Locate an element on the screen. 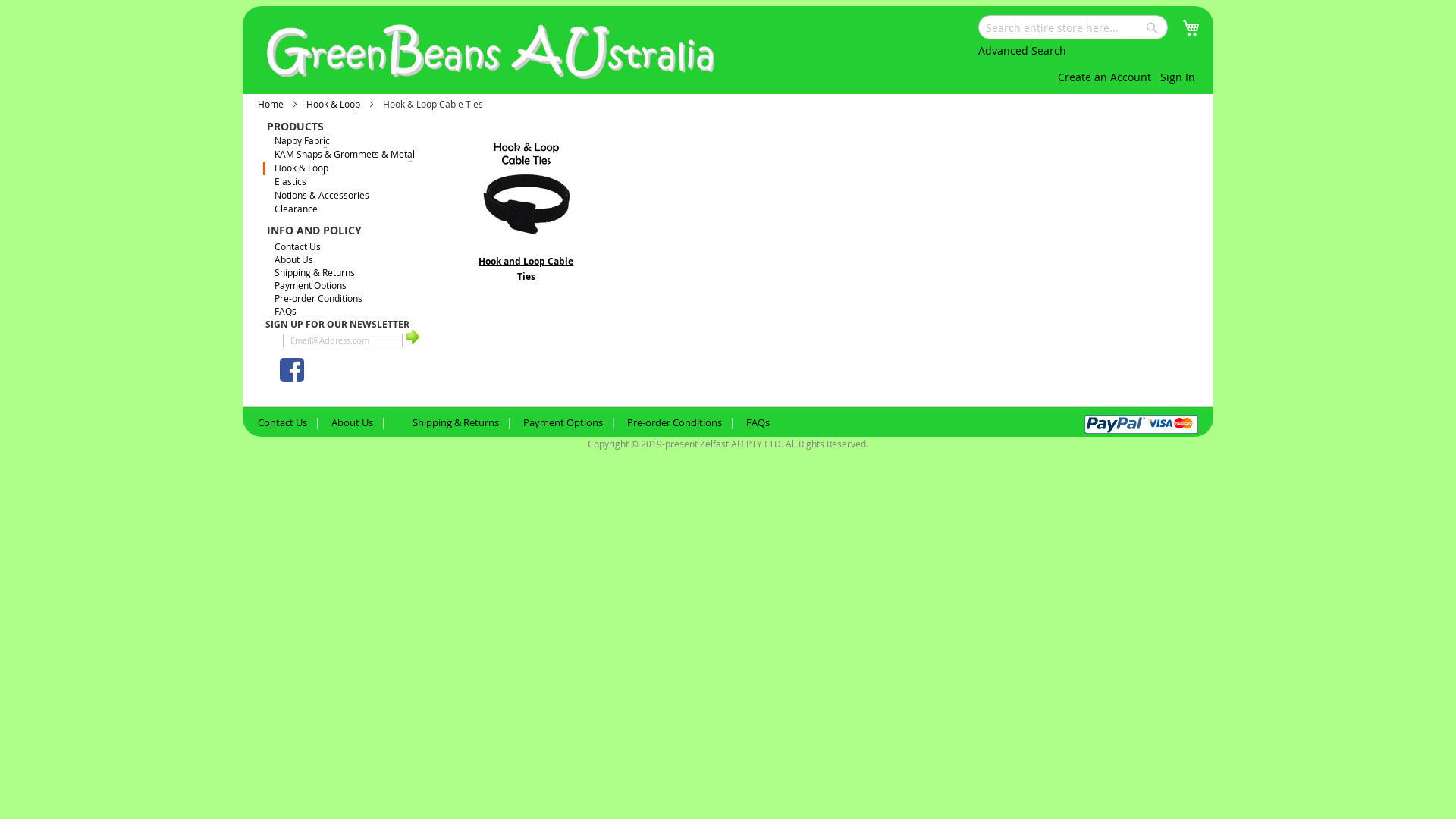 Image resolution: width=1456 pixels, height=819 pixels. 'Hook & Loop' is located at coordinates (305, 103).